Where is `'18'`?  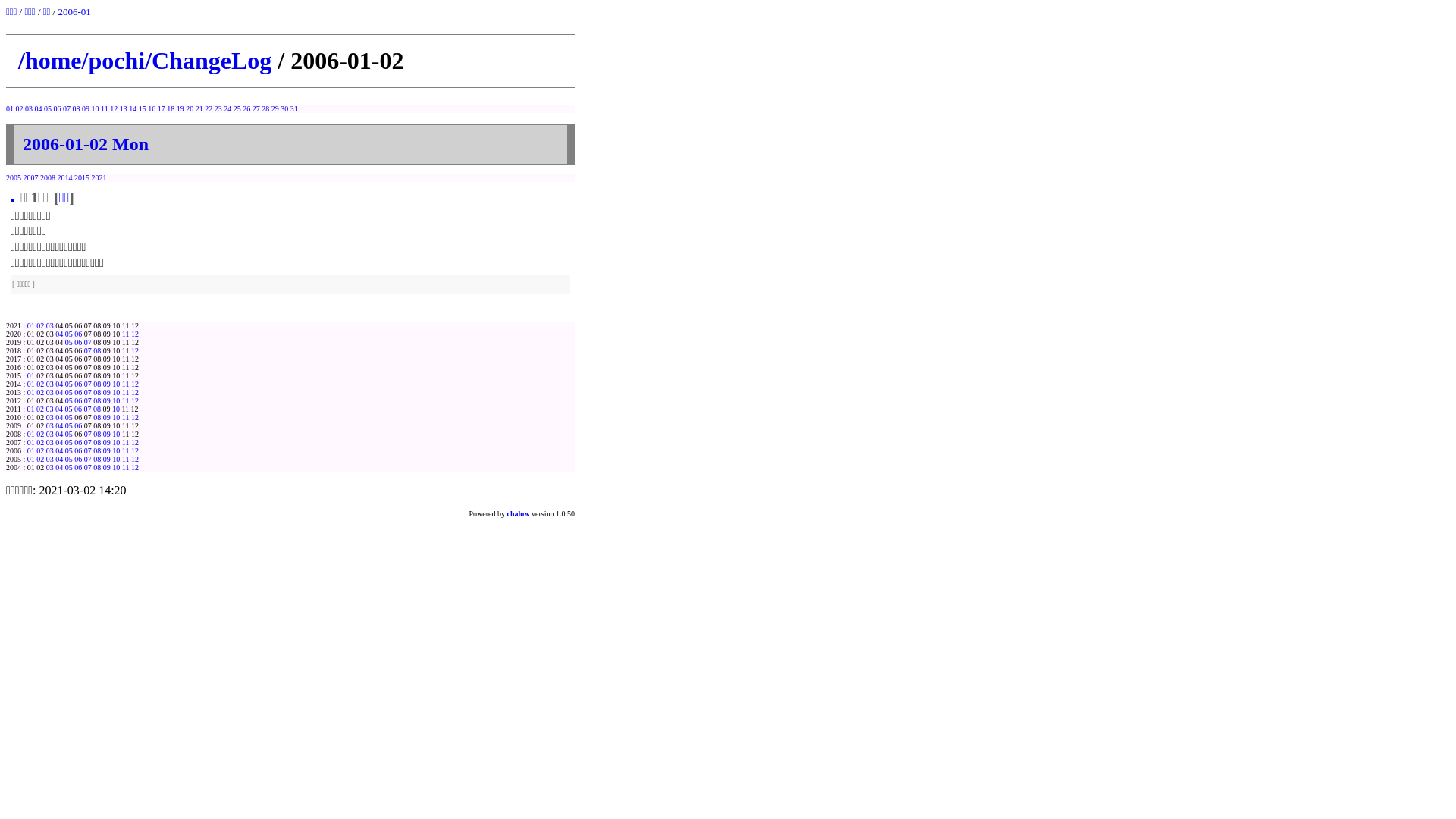 '18' is located at coordinates (171, 108).